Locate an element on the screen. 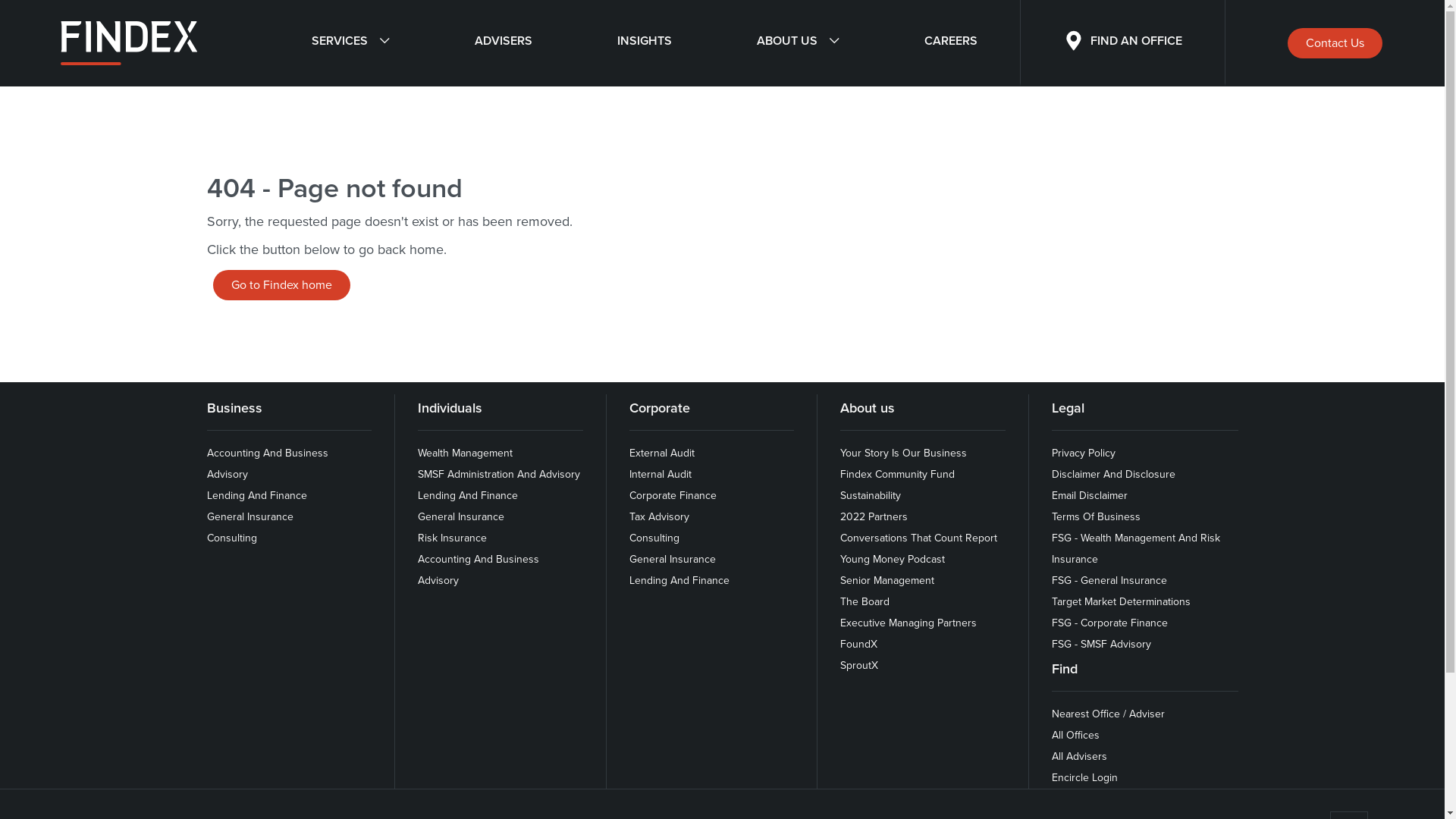 The height and width of the screenshot is (819, 1456). 'External Audit' is located at coordinates (662, 452).